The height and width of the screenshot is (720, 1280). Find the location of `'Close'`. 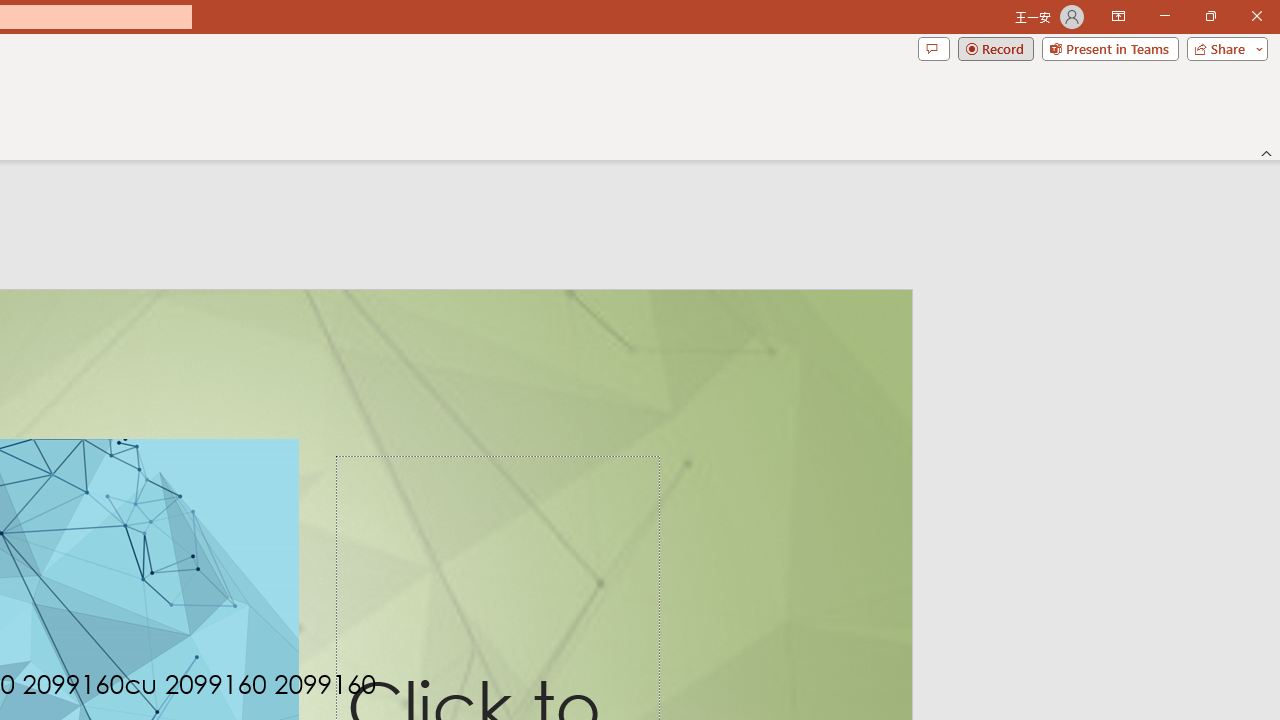

'Close' is located at coordinates (1255, 16).